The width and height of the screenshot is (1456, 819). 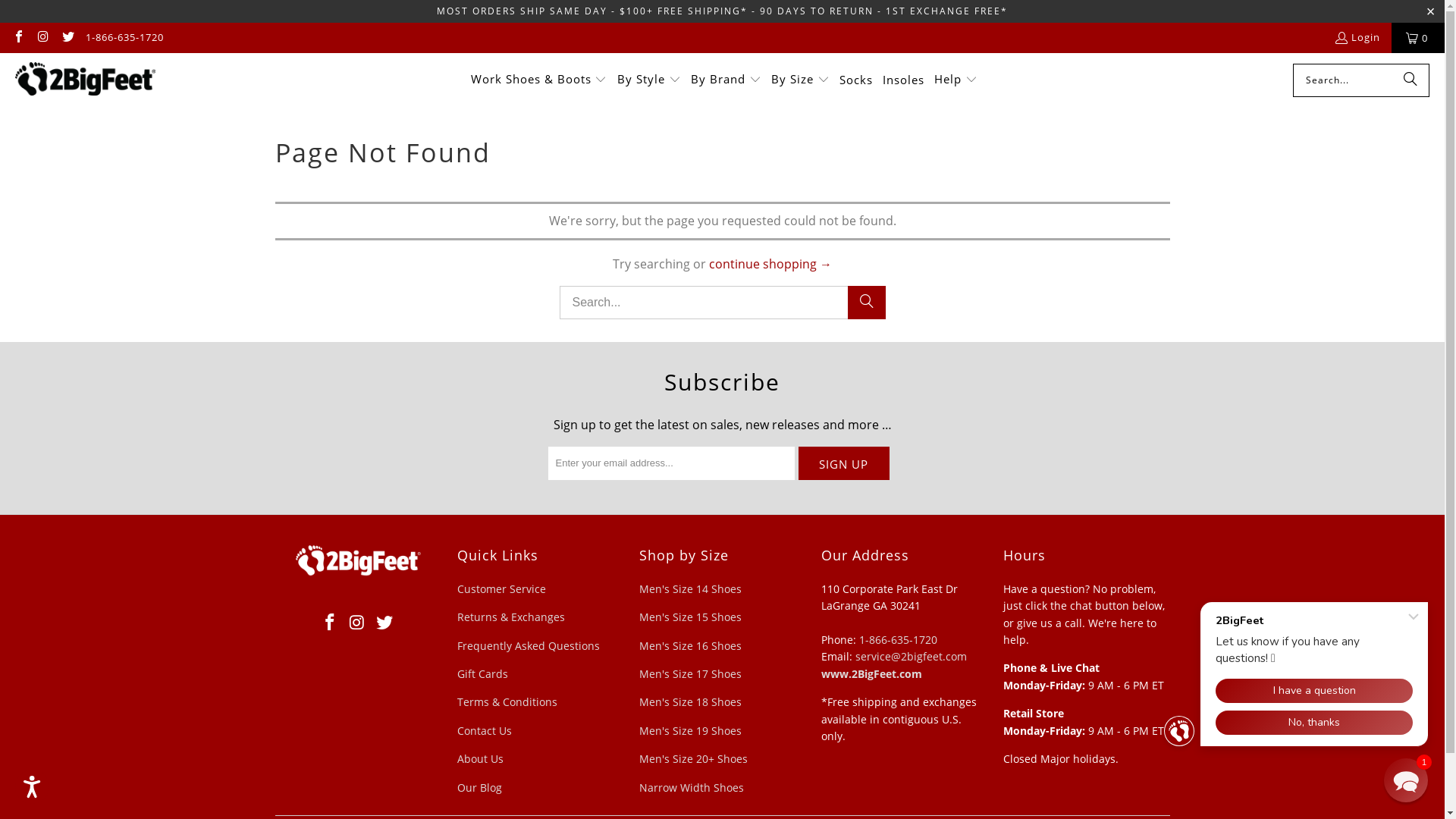 What do you see at coordinates (692, 758) in the screenshot?
I see `'Men's Size 20+ Shoes'` at bounding box center [692, 758].